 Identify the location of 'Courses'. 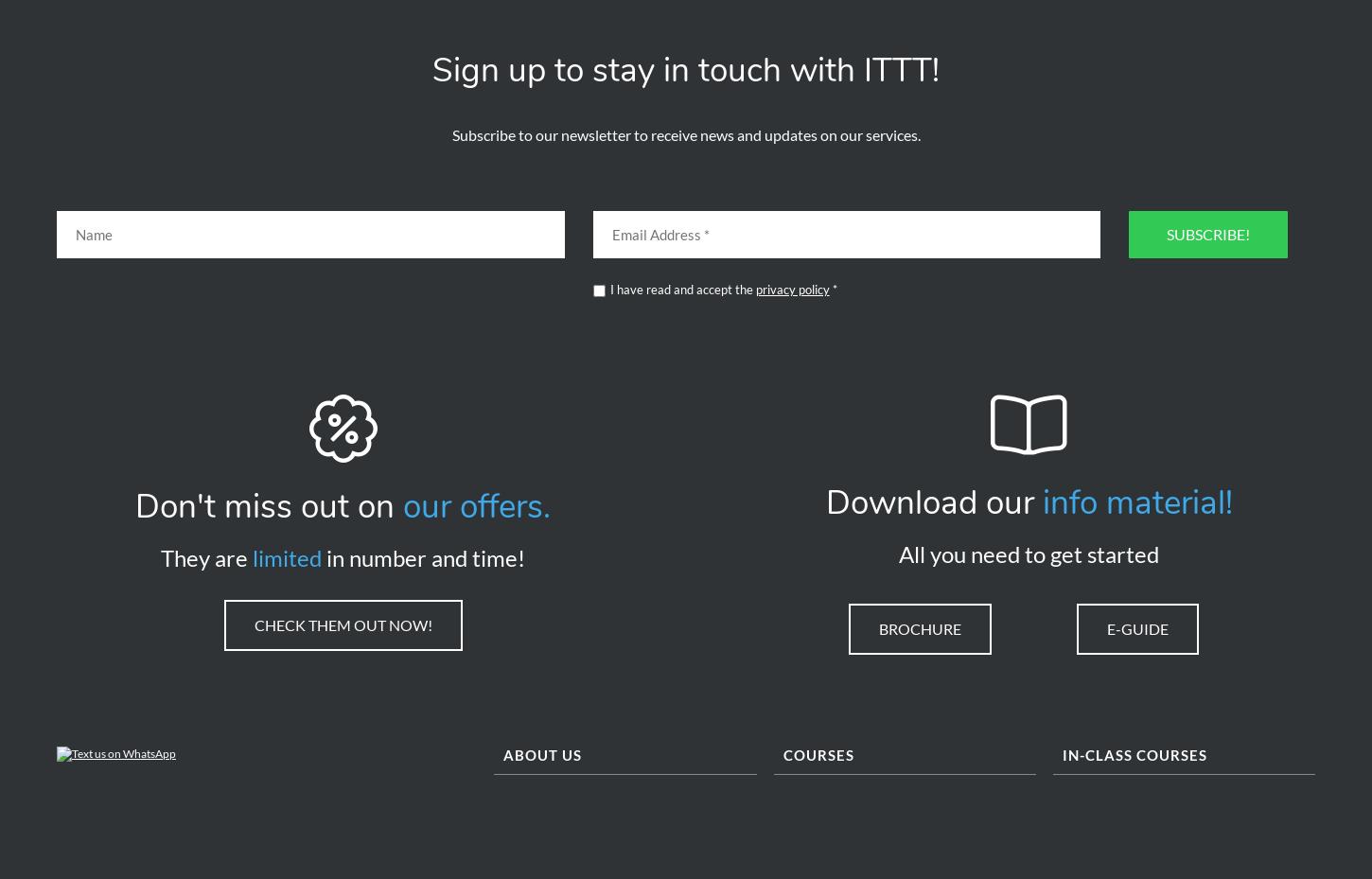
(782, 762).